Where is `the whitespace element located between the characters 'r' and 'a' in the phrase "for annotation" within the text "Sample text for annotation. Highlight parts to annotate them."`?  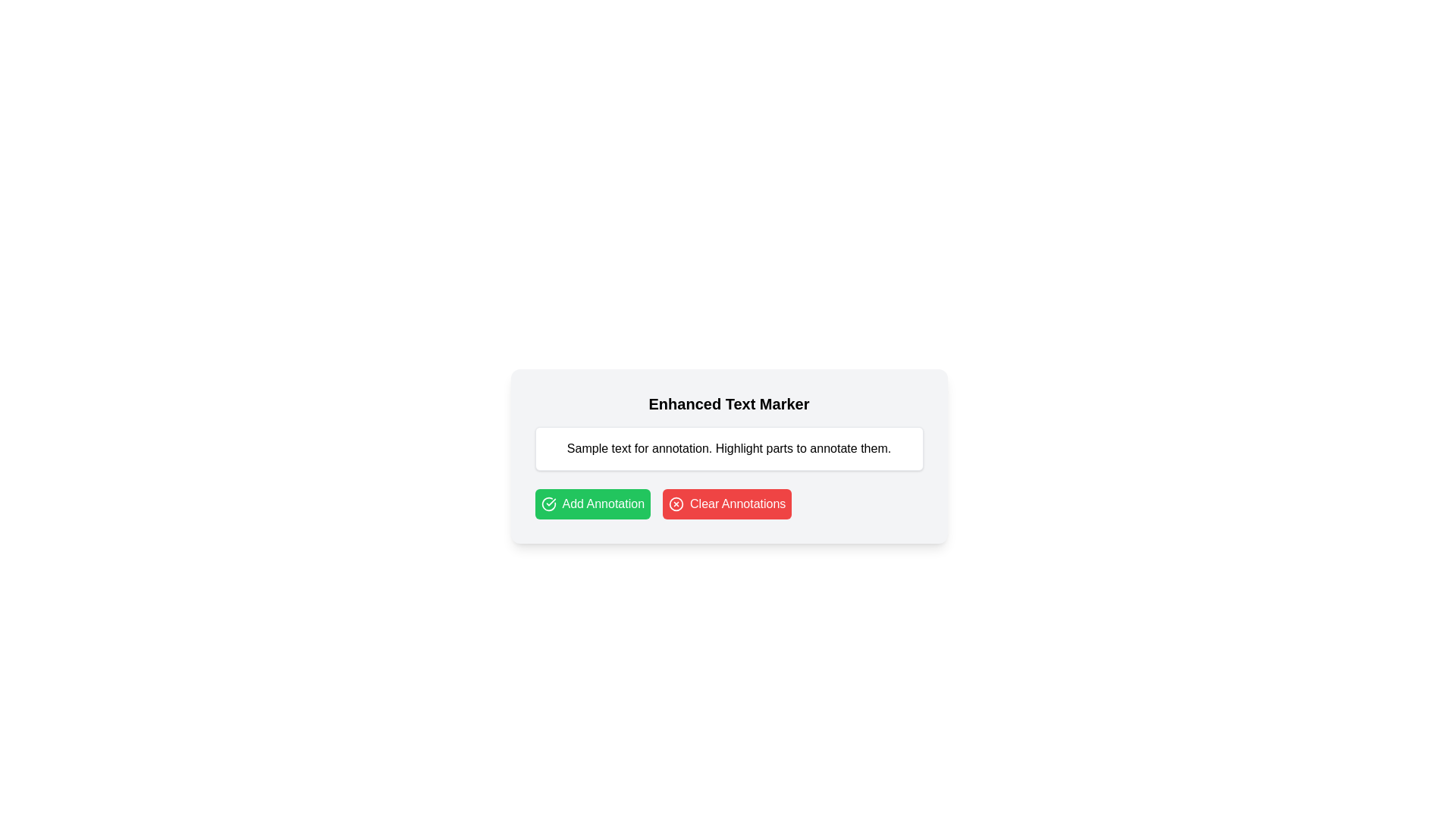 the whitespace element located between the characters 'r' and 'a' in the phrase "for annotation" within the text "Sample text for annotation. Highlight parts to annotate them." is located at coordinates (650, 447).